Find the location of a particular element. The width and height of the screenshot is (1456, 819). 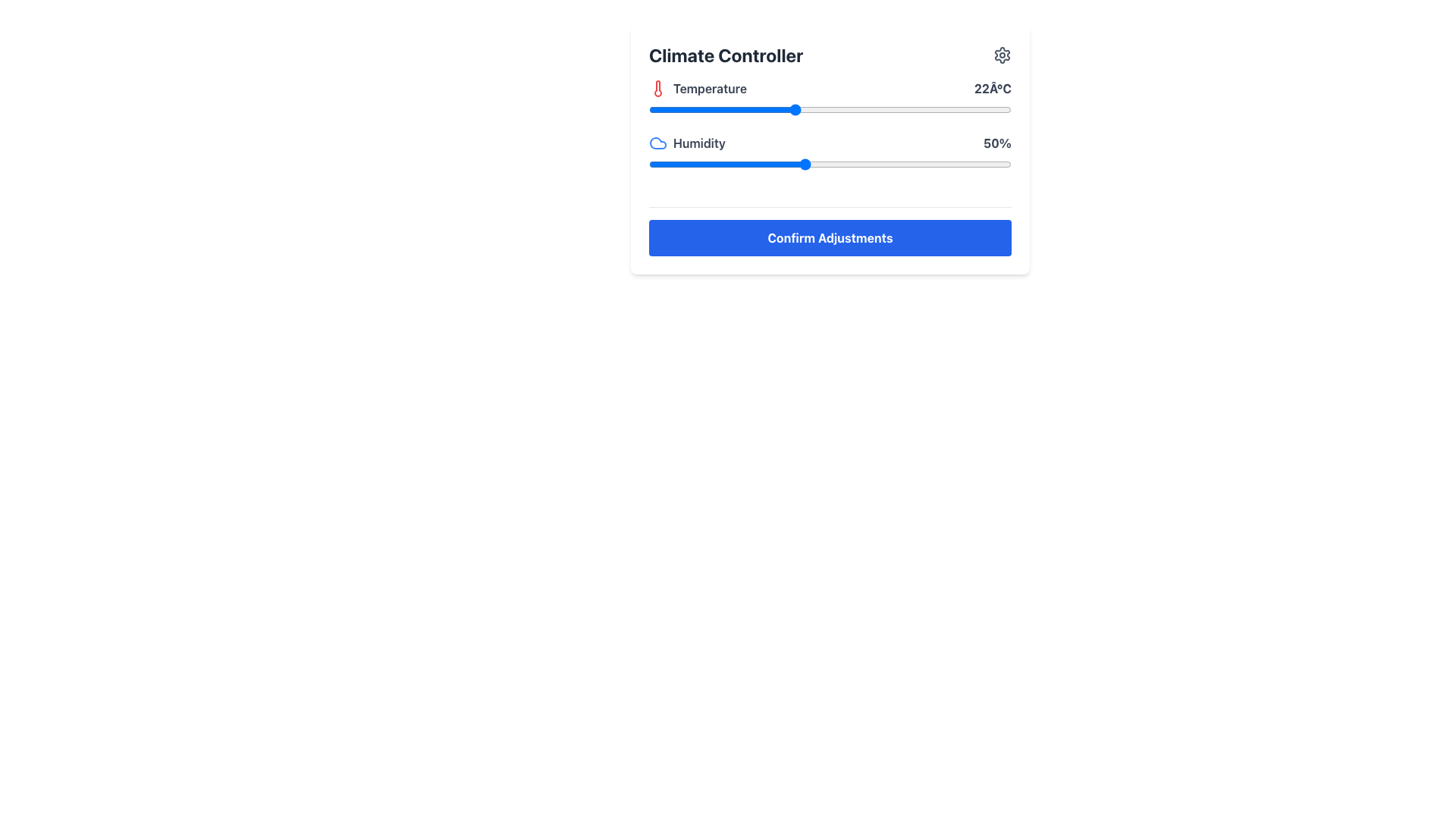

the cog icon resembling a gear in the top-right corner of the 'Climate Controller' card is located at coordinates (1002, 55).